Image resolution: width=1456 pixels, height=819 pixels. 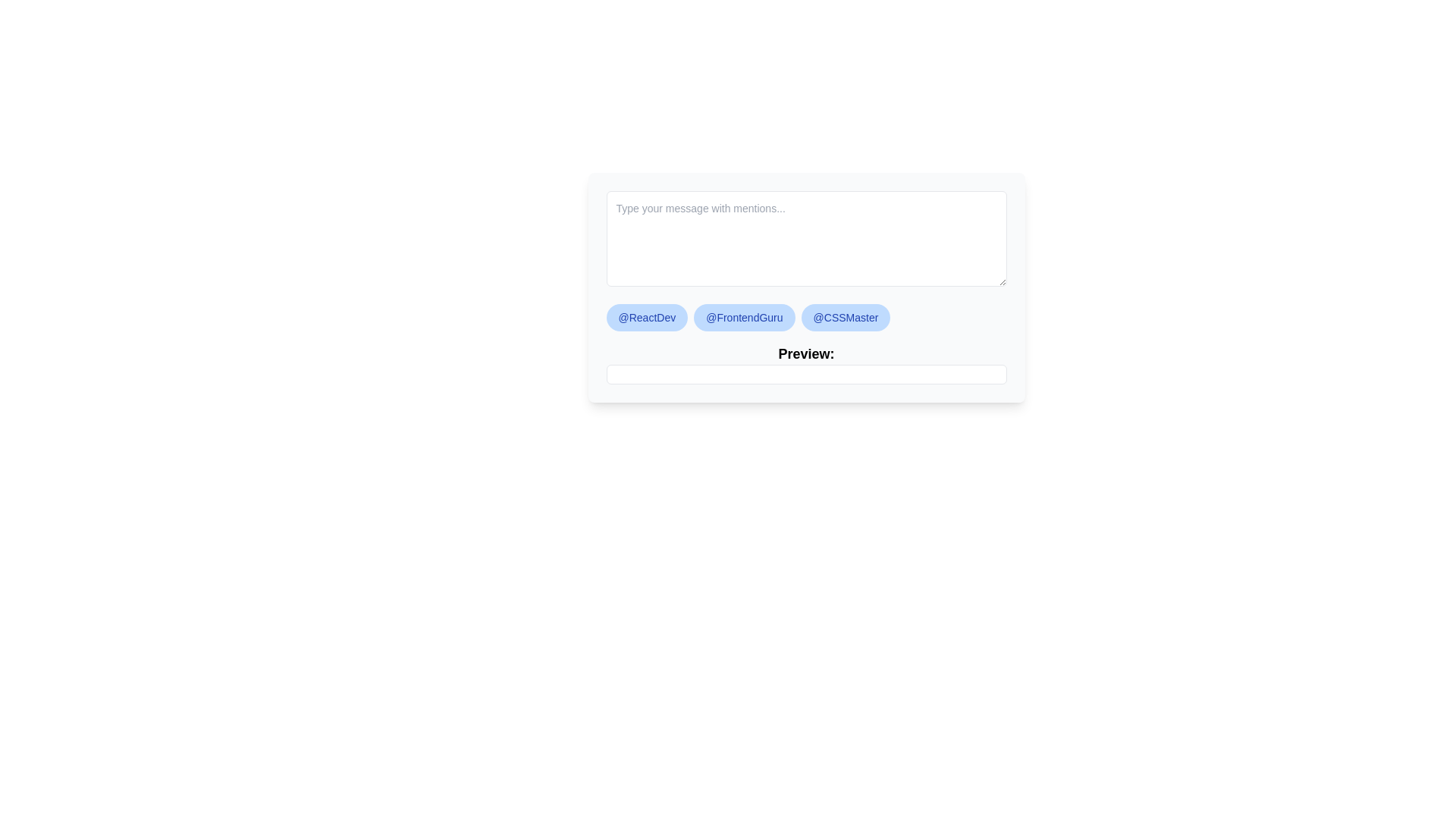 What do you see at coordinates (647, 317) in the screenshot?
I see `the button with the text '@ReactDev' which has a light blue background and rounded corners` at bounding box center [647, 317].